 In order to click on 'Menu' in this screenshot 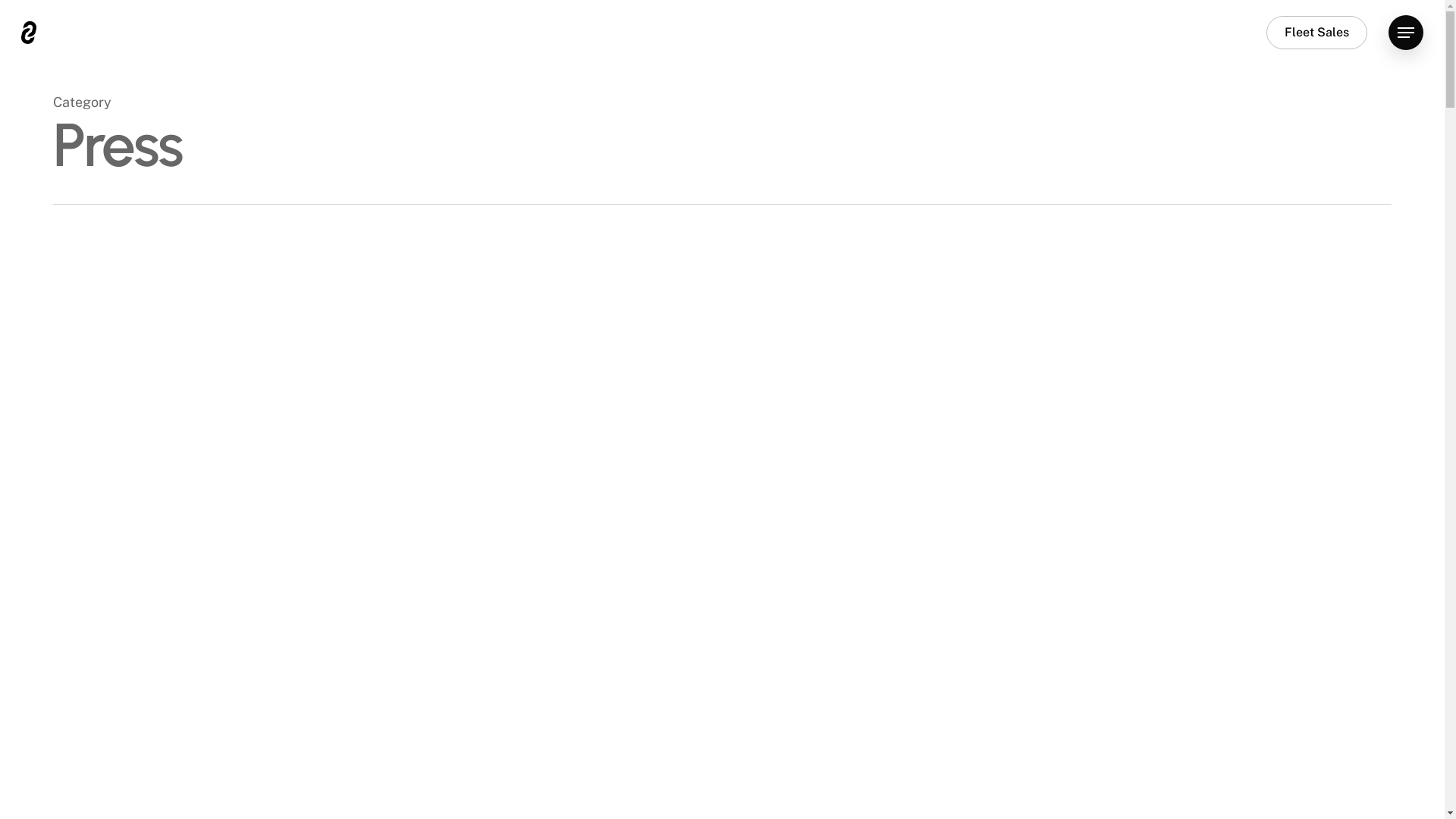, I will do `click(1404, 32)`.